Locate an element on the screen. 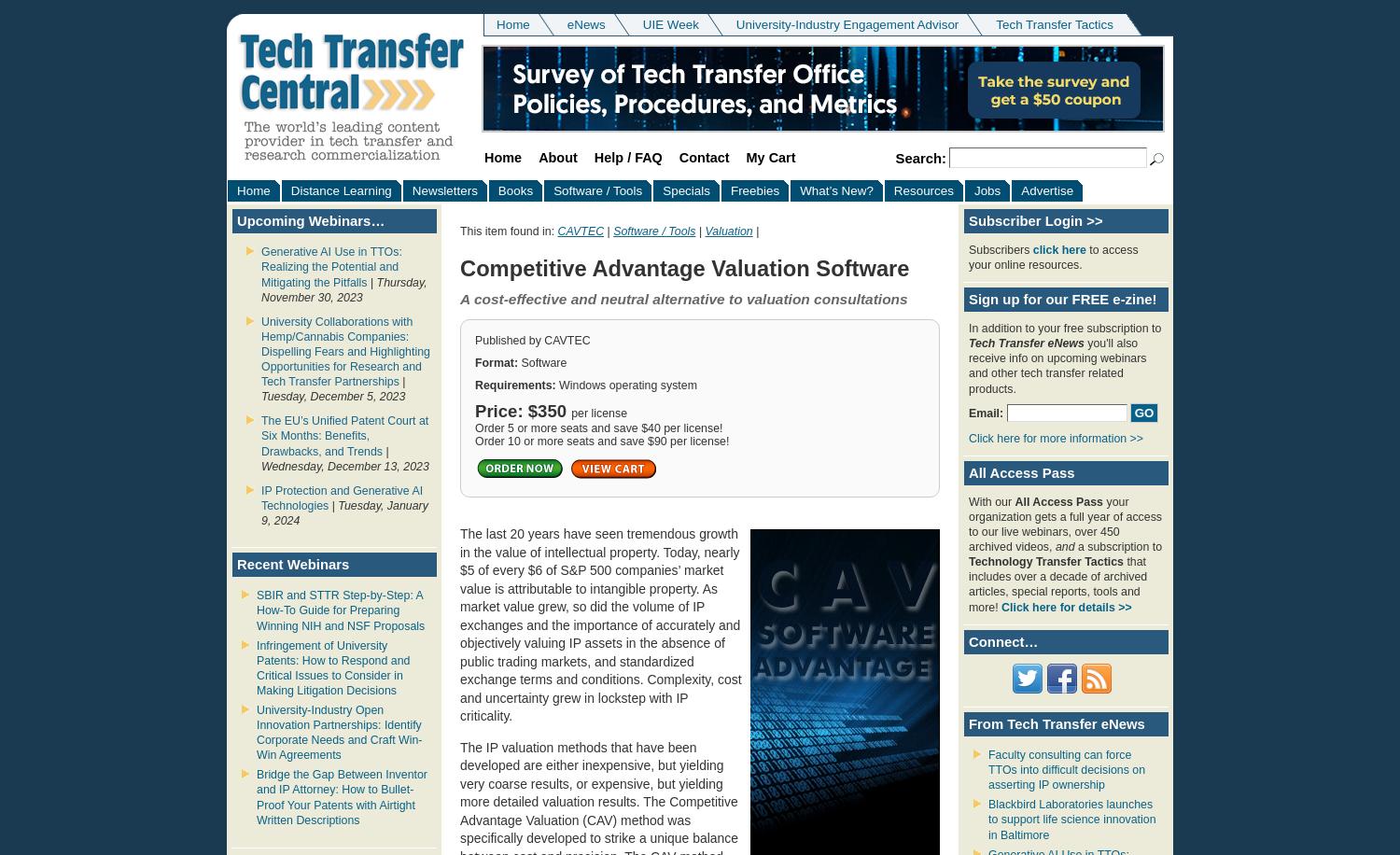 The width and height of the screenshot is (1400, 855). 'Search:' is located at coordinates (919, 159).